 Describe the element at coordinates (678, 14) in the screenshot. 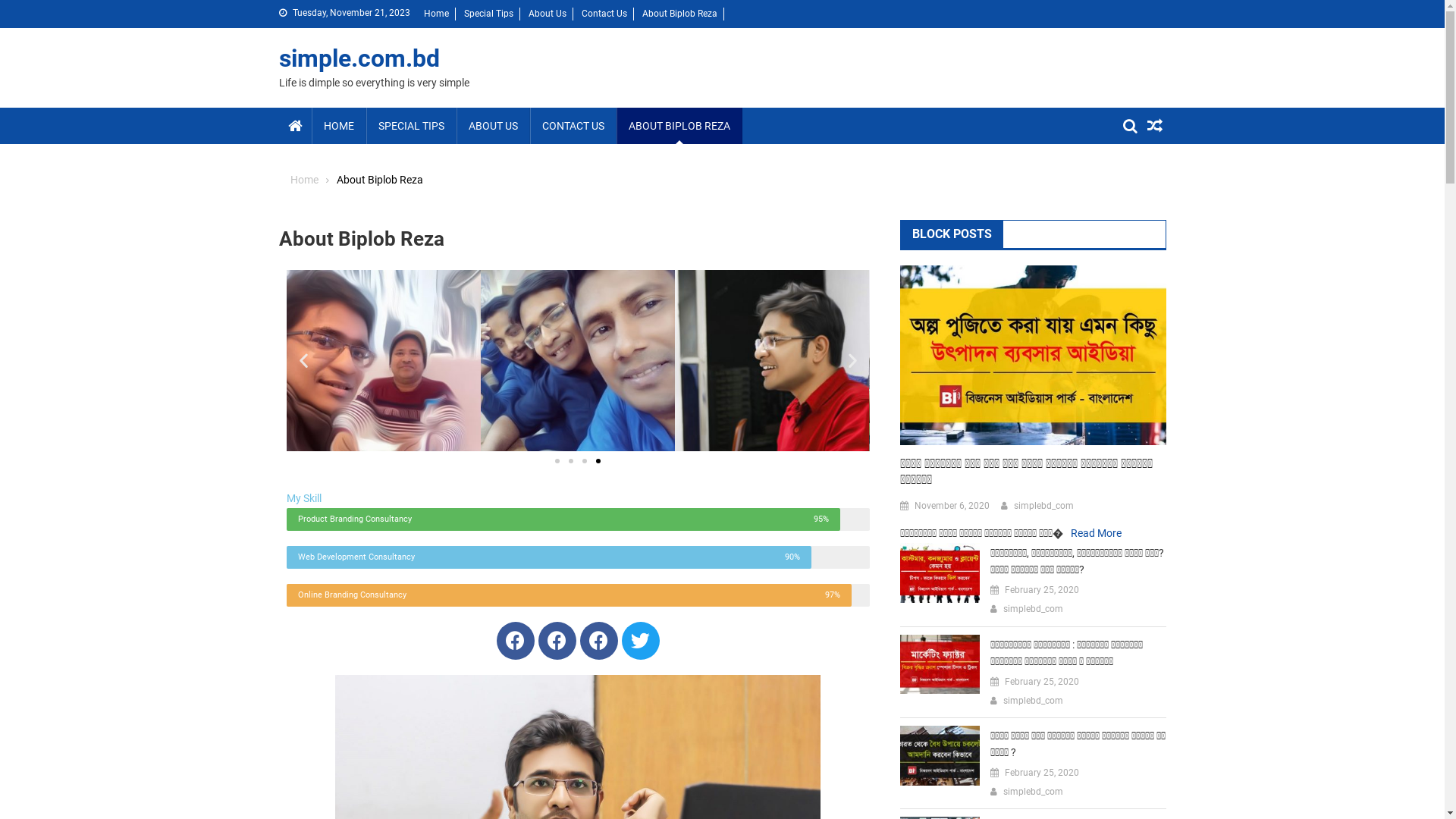

I see `'About Biplob Reza'` at that location.